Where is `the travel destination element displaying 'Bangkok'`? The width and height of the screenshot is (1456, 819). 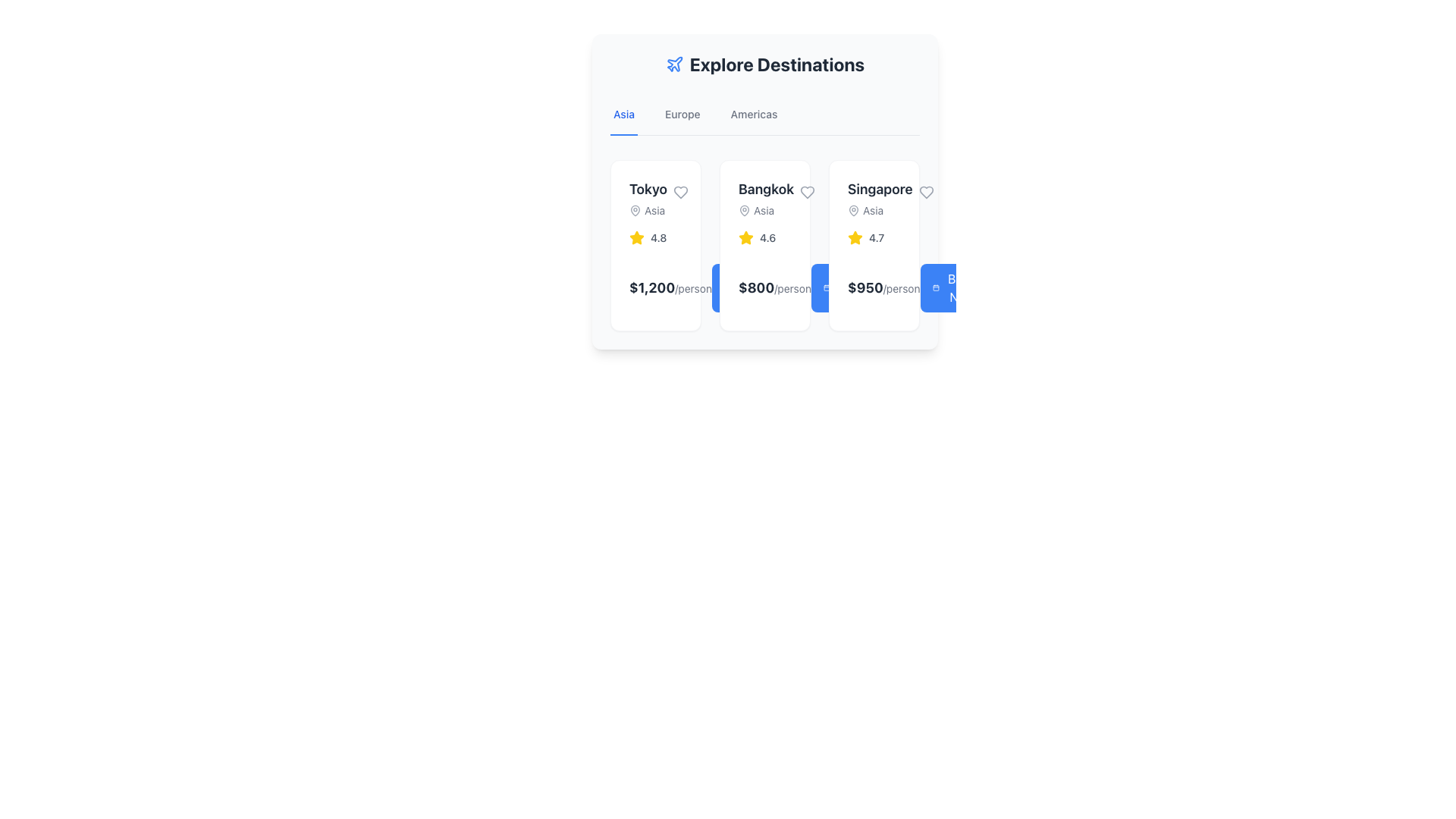
the travel destination element displaying 'Bangkok' is located at coordinates (765, 198).